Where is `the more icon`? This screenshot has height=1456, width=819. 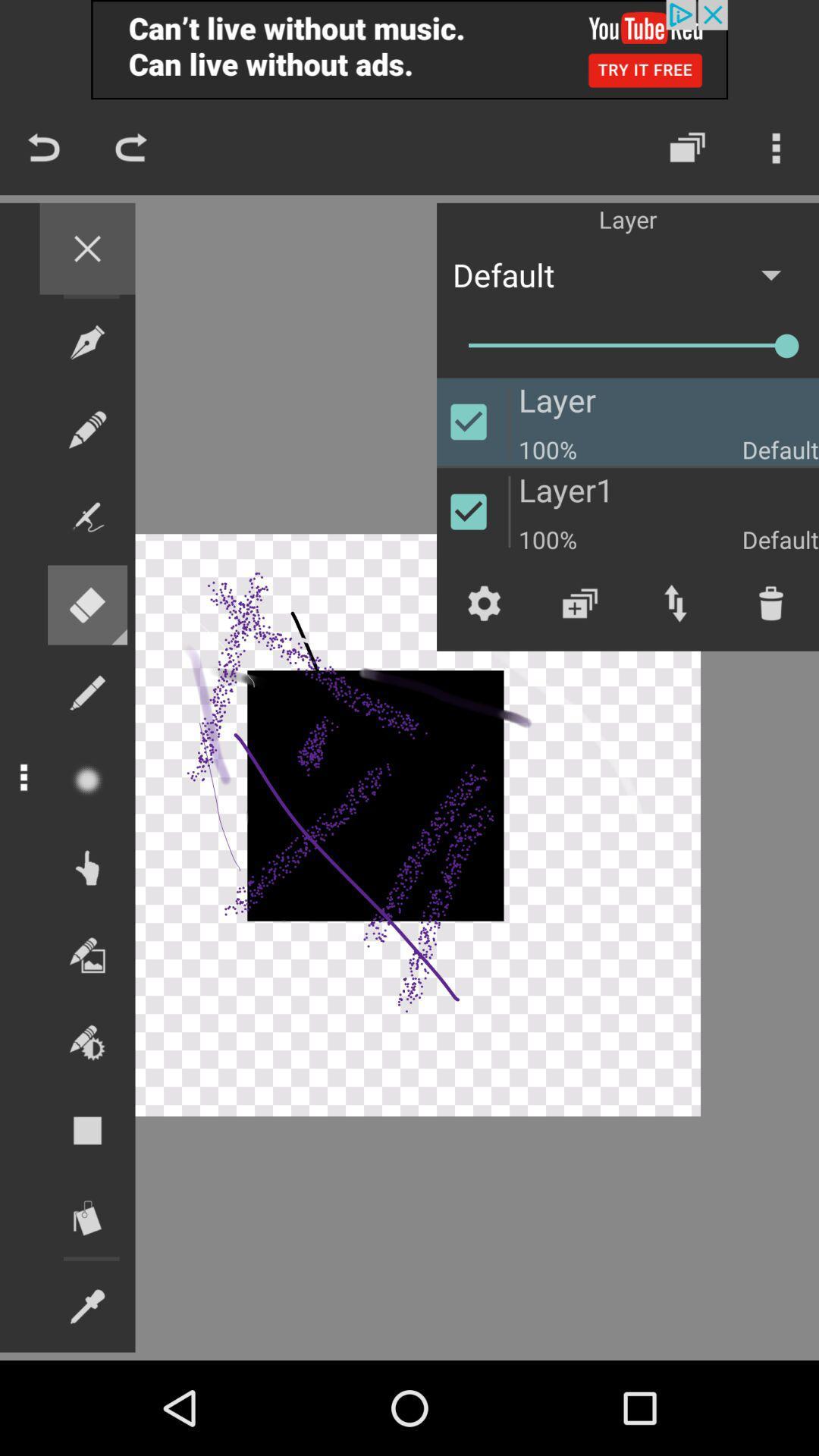
the more icon is located at coordinates (24, 777).